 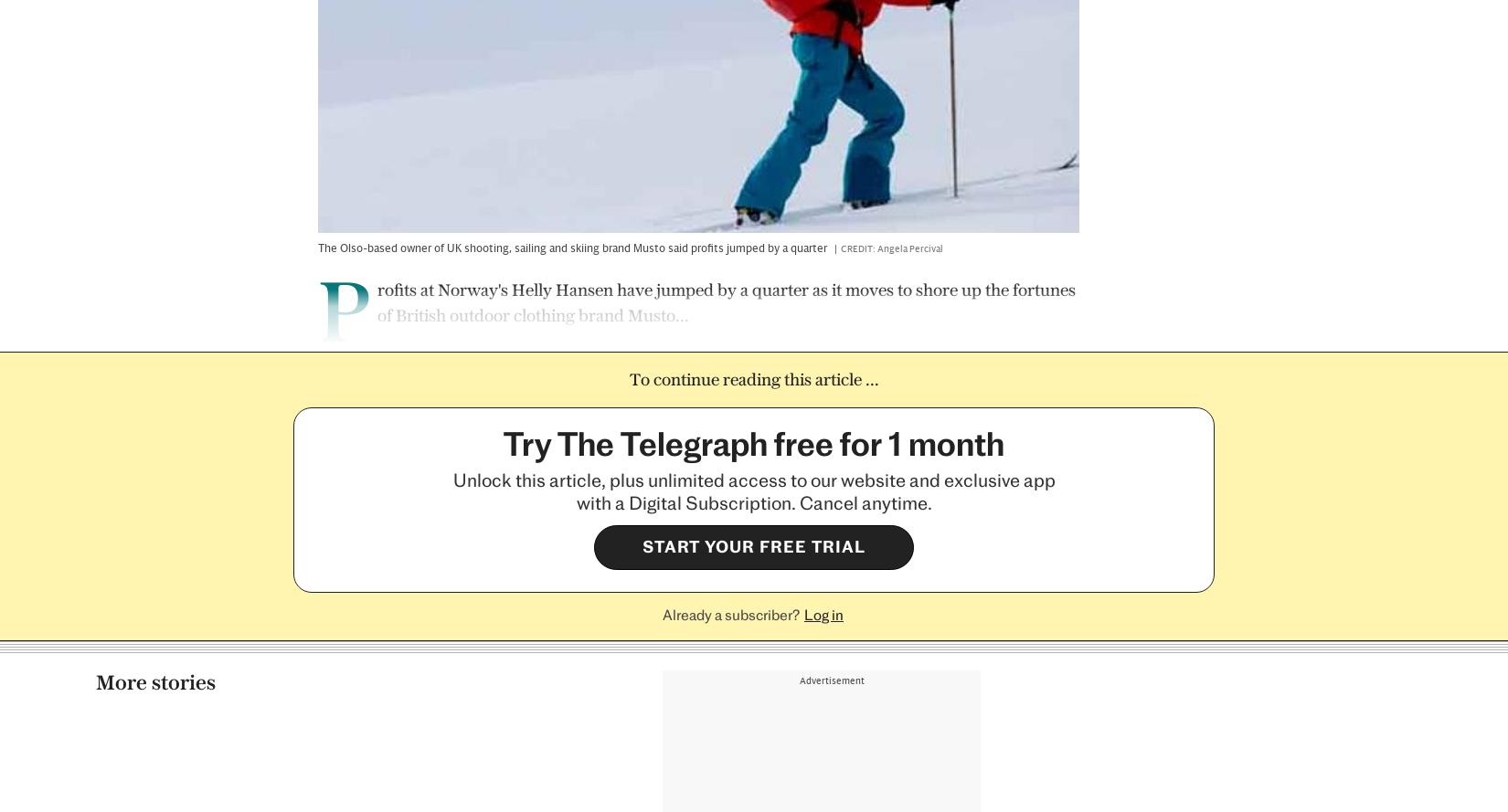 What do you see at coordinates (183, 625) in the screenshot?
I see `'Alex cartoons, November 2023'` at bounding box center [183, 625].